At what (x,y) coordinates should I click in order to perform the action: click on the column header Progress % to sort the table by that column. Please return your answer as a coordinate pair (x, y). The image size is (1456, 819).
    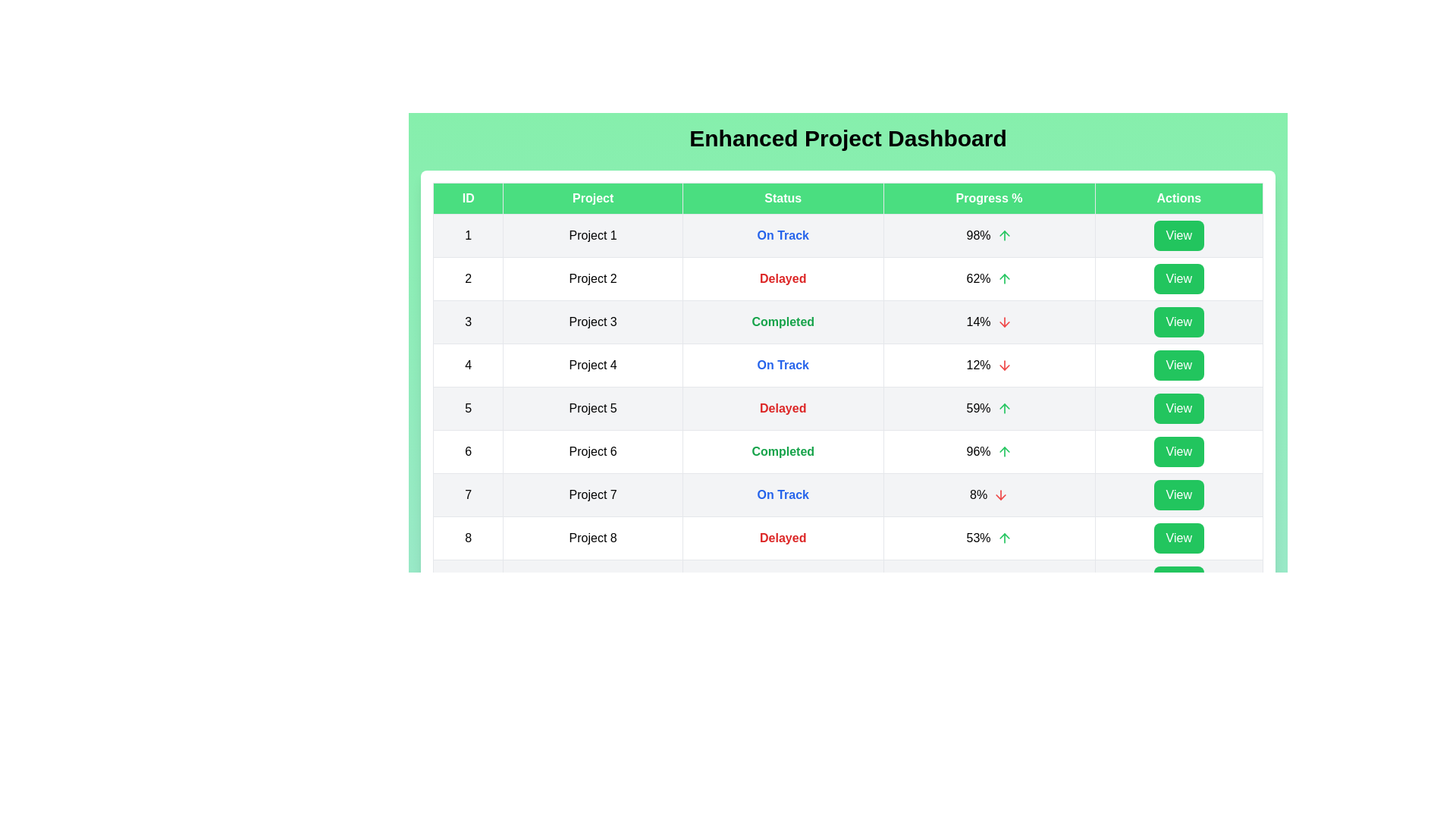
    Looking at the image, I should click on (989, 198).